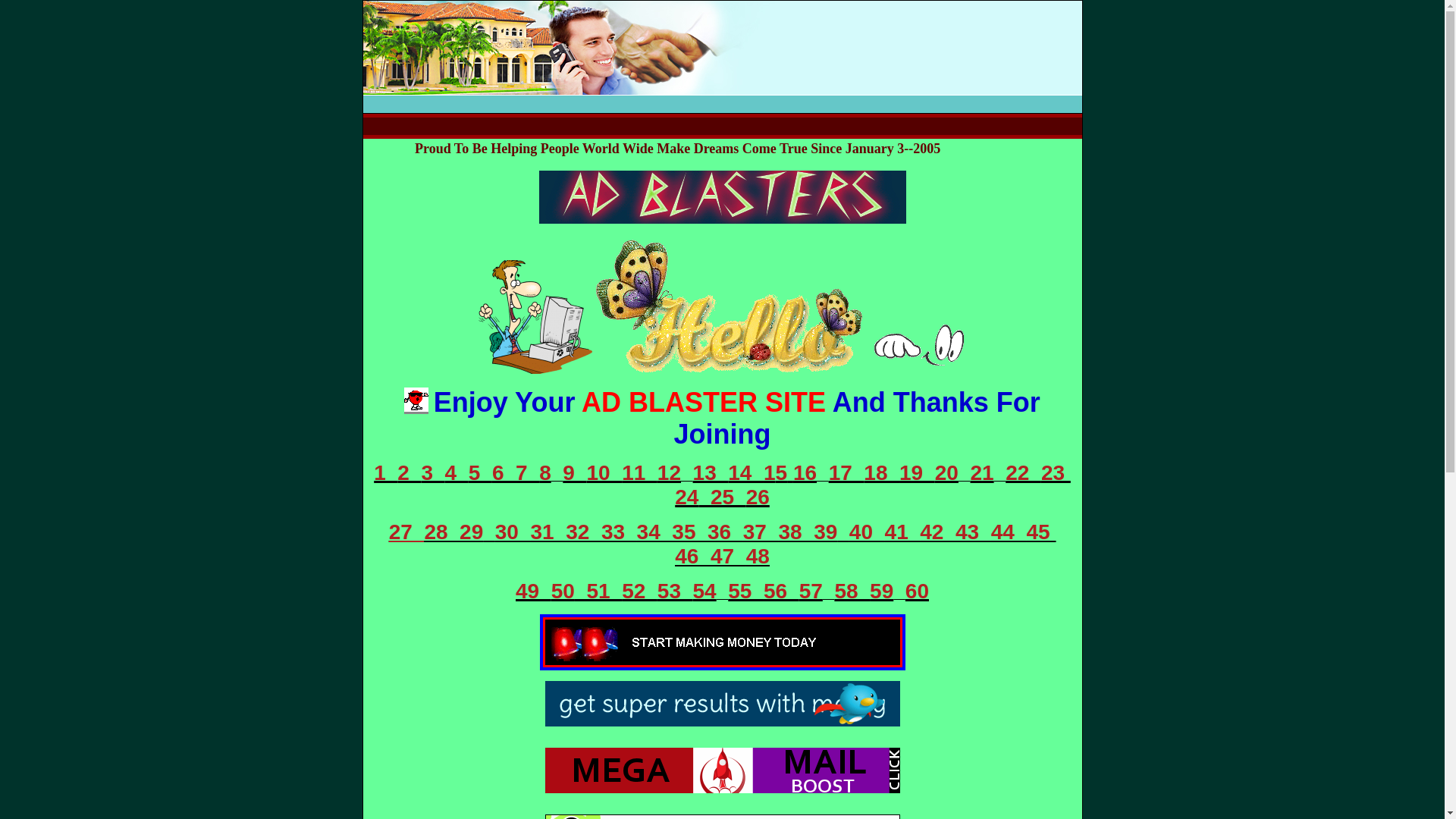  Describe the element at coordinates (810, 590) in the screenshot. I see `'57'` at that location.